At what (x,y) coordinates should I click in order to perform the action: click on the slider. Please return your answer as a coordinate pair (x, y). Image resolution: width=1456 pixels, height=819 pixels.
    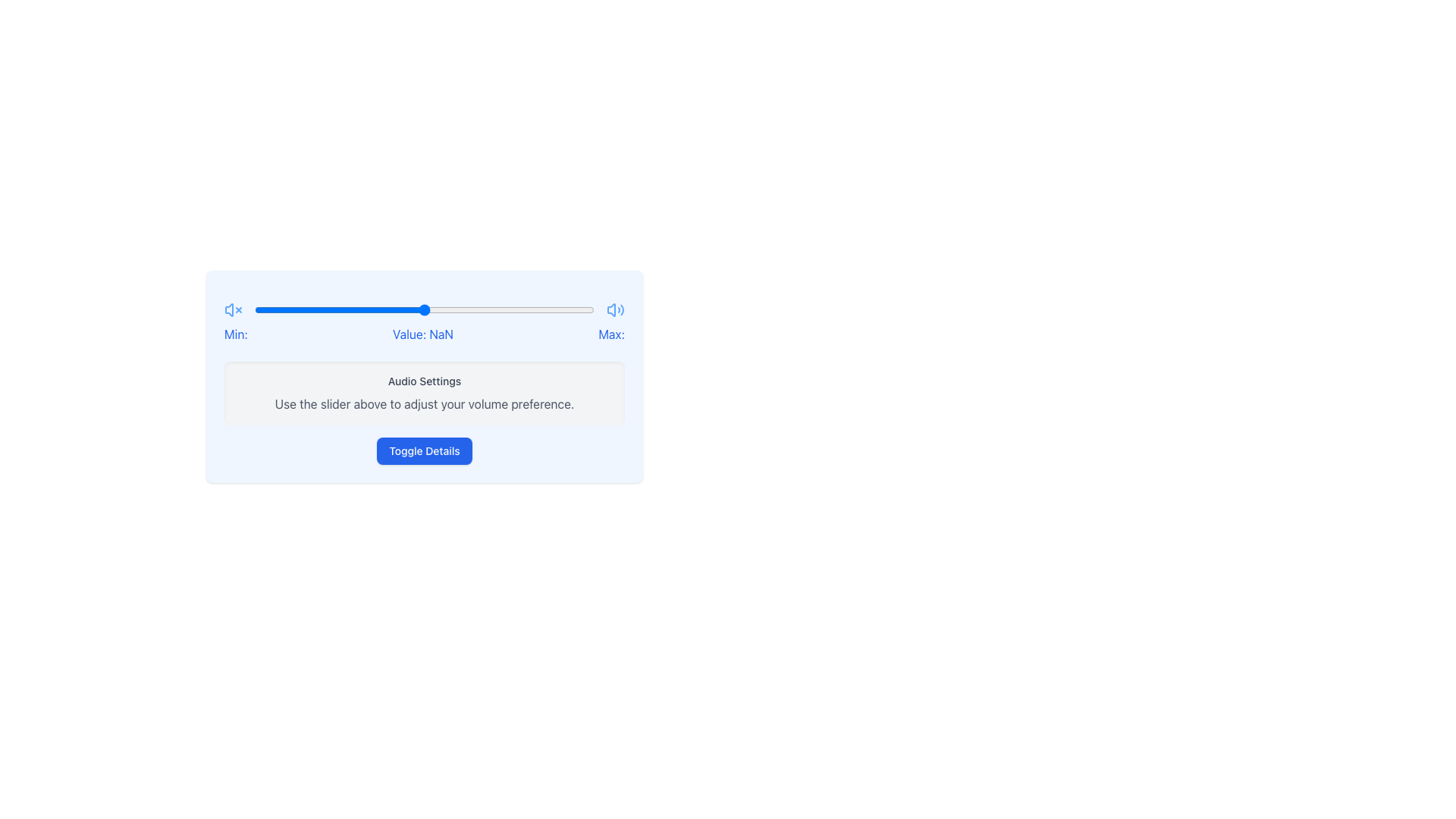
    Looking at the image, I should click on (328, 309).